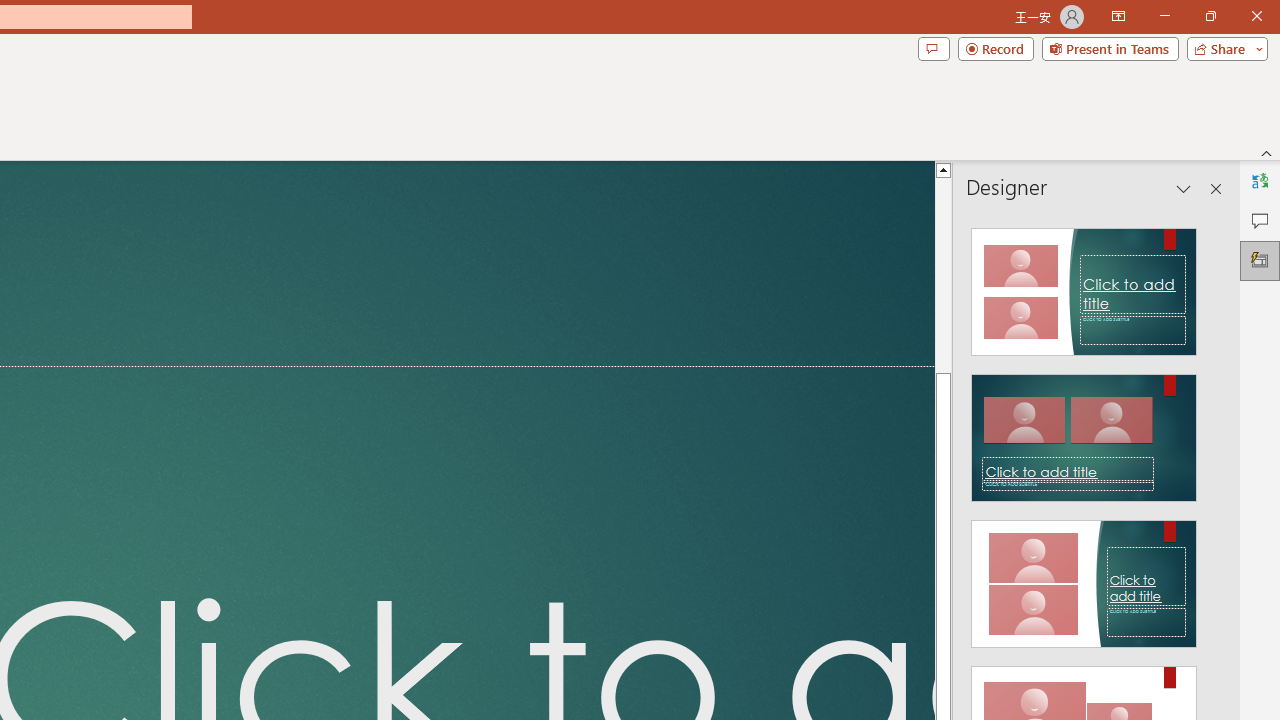 Image resolution: width=1280 pixels, height=720 pixels. What do you see at coordinates (1215, 189) in the screenshot?
I see `'Close pane'` at bounding box center [1215, 189].